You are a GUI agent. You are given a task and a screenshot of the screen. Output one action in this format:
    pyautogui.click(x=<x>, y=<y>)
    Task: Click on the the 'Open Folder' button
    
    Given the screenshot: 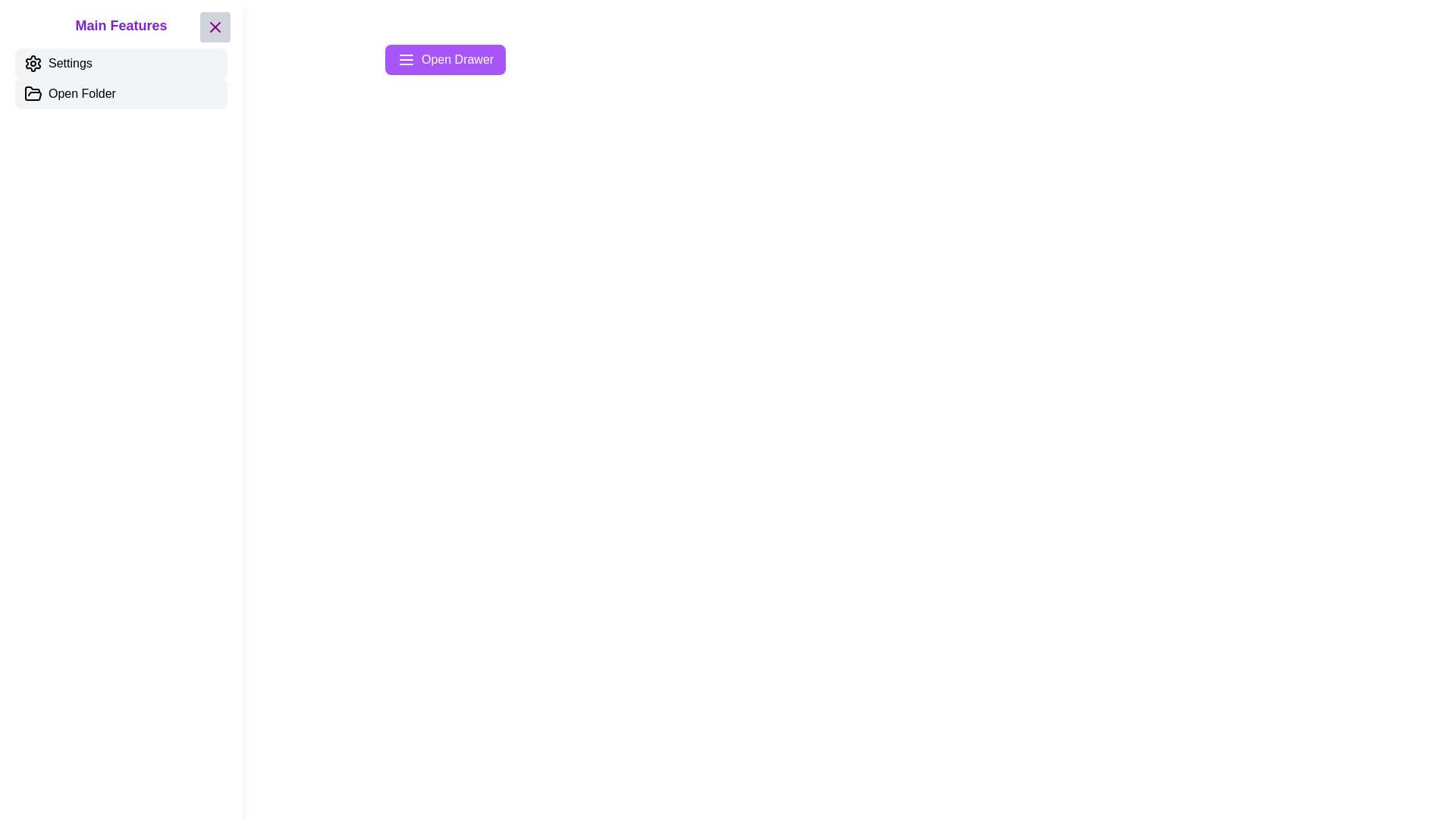 What is the action you would take?
    pyautogui.click(x=120, y=93)
    